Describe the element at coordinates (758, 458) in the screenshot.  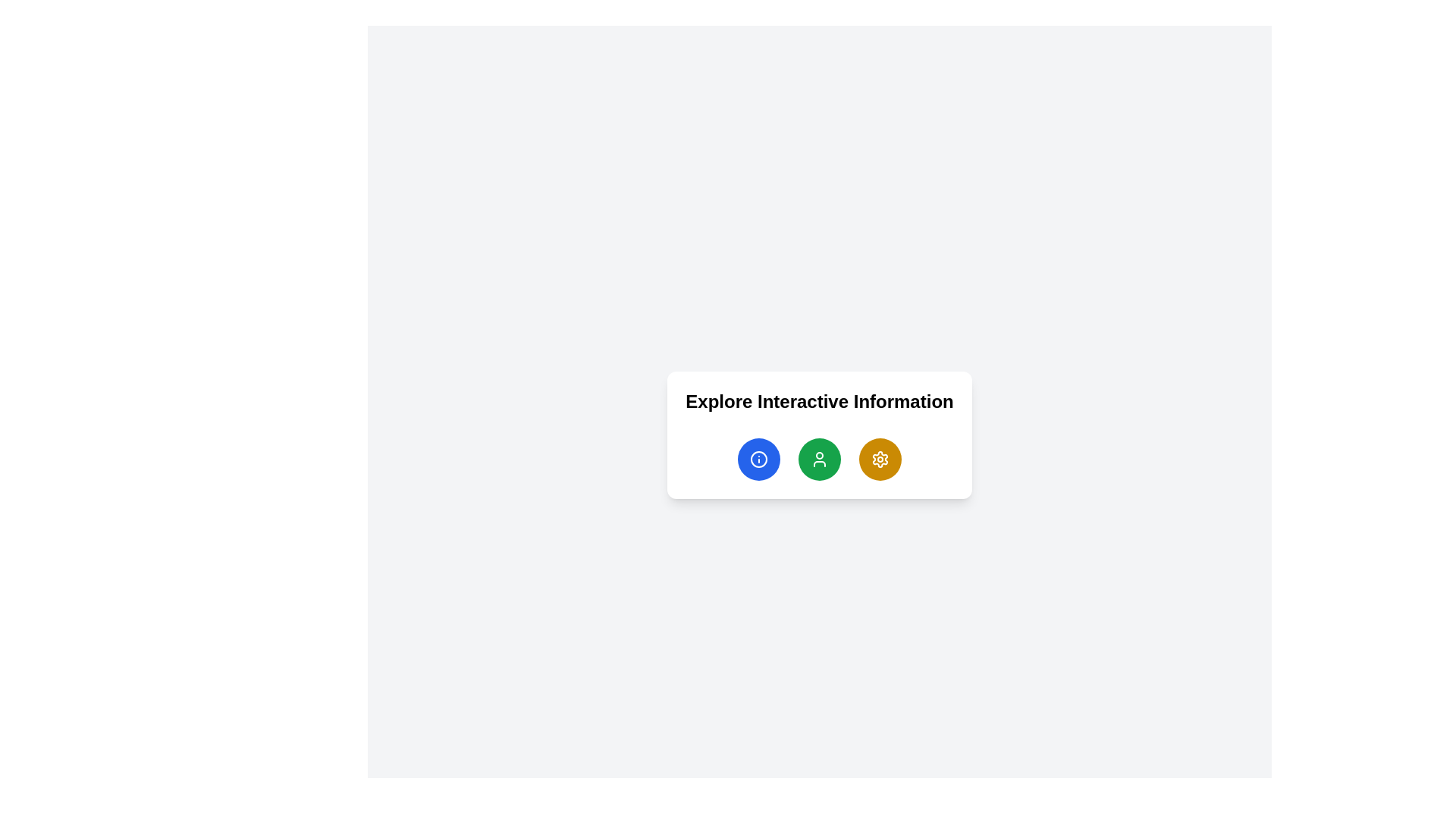
I see `the informational icon button, which is the leftmost of three circular icons located below the text label 'Explore Interactive Information'` at that location.